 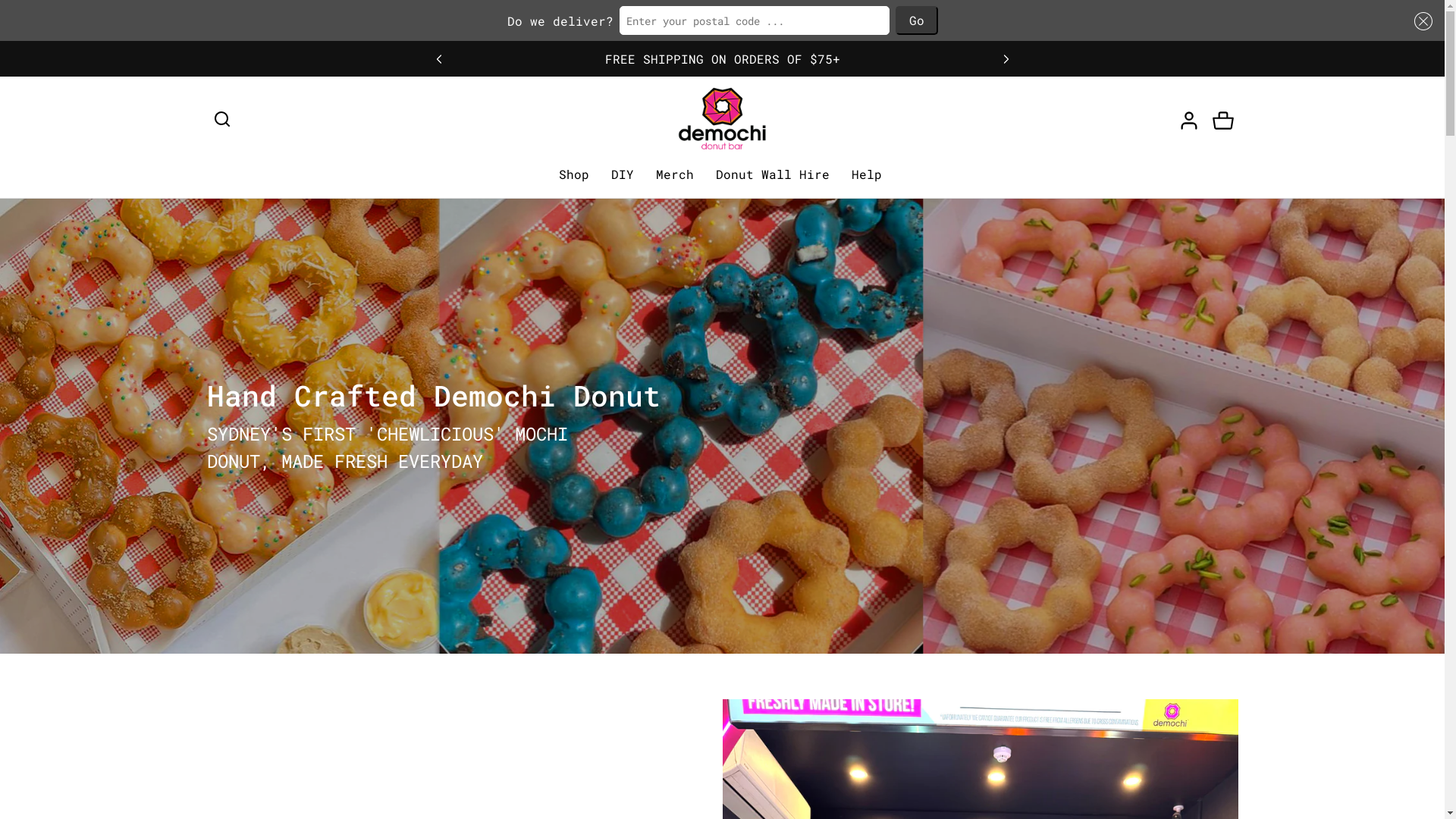 I want to click on 'Search', so click(x=221, y=118).